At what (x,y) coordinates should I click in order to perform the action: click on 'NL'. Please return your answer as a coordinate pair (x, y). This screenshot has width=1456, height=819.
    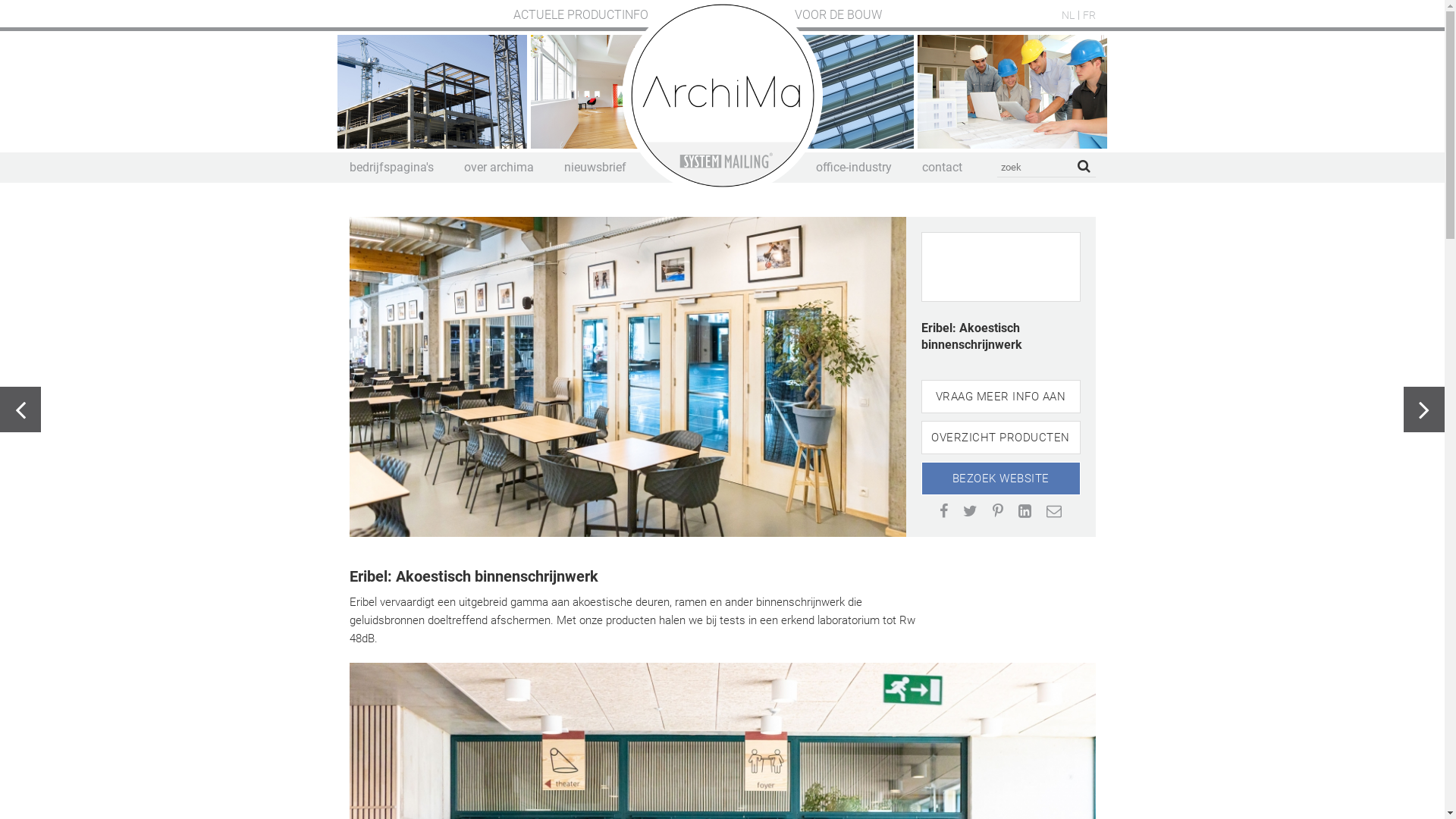
    Looking at the image, I should click on (1067, 14).